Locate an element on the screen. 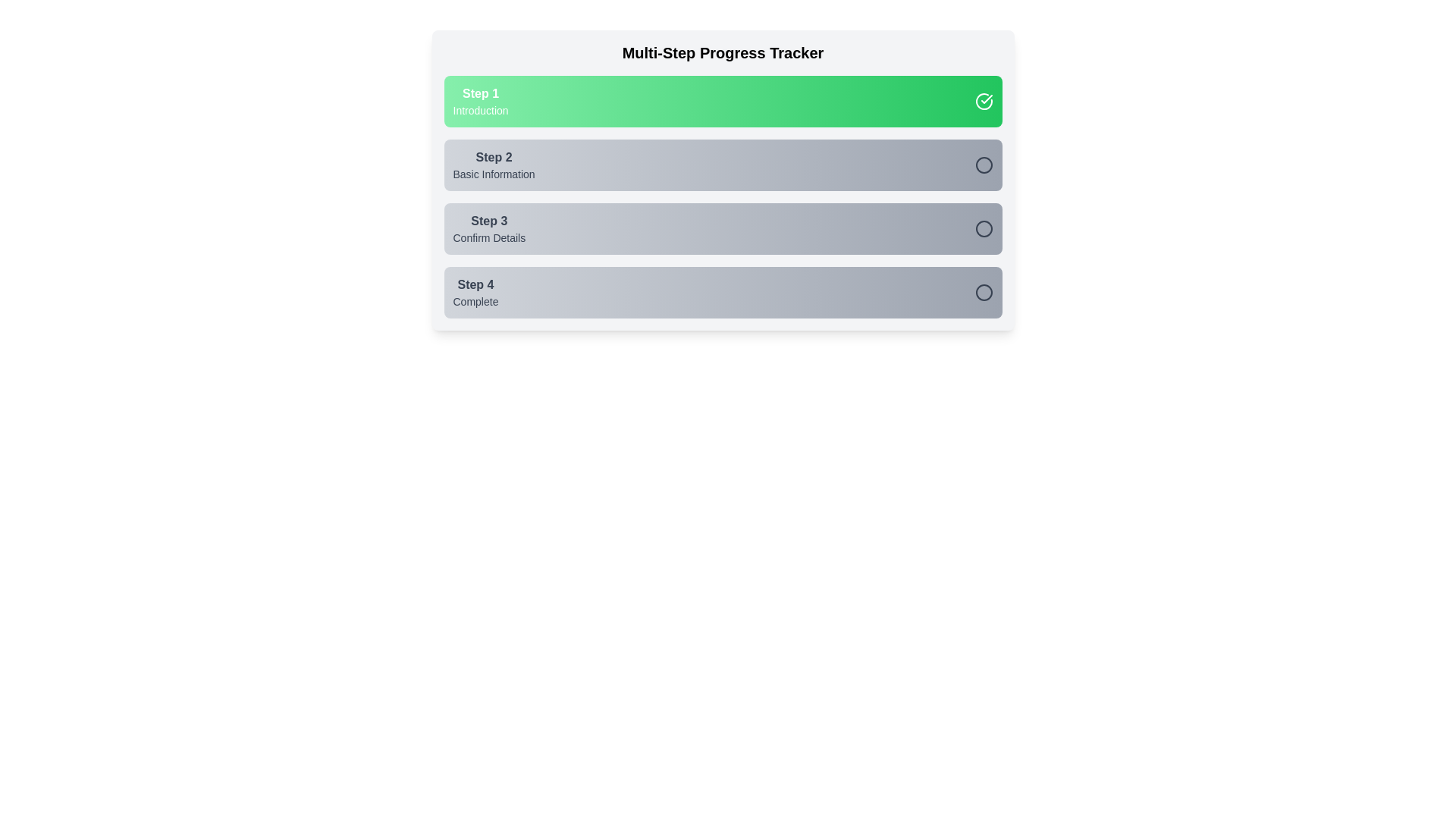  the third step in the multi-step progress tracker, which denotes the 'Confirm Details' stage and includes an interactive checkable circle is located at coordinates (722, 228).